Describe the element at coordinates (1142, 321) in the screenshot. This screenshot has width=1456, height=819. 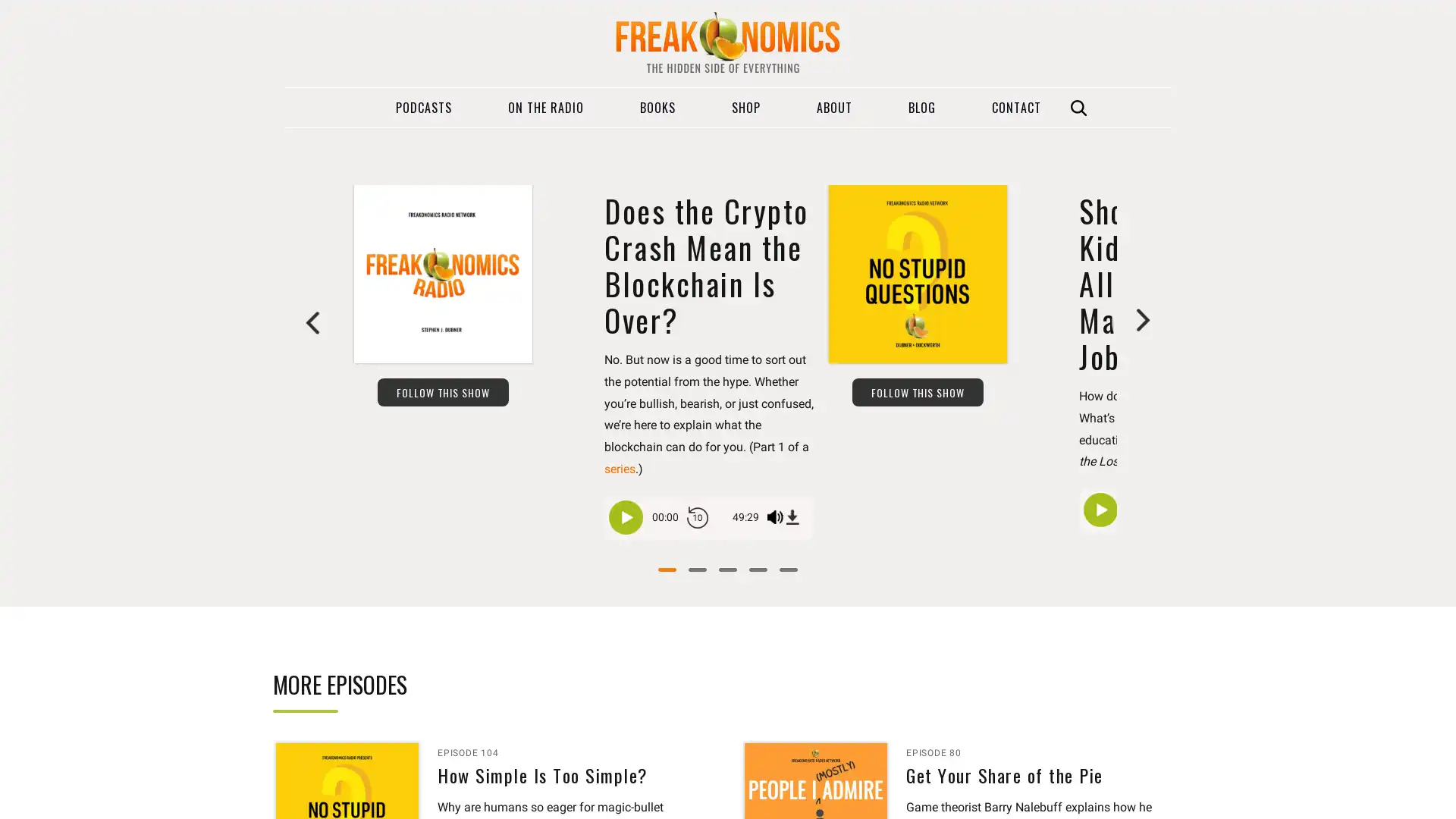
I see `Next` at that location.